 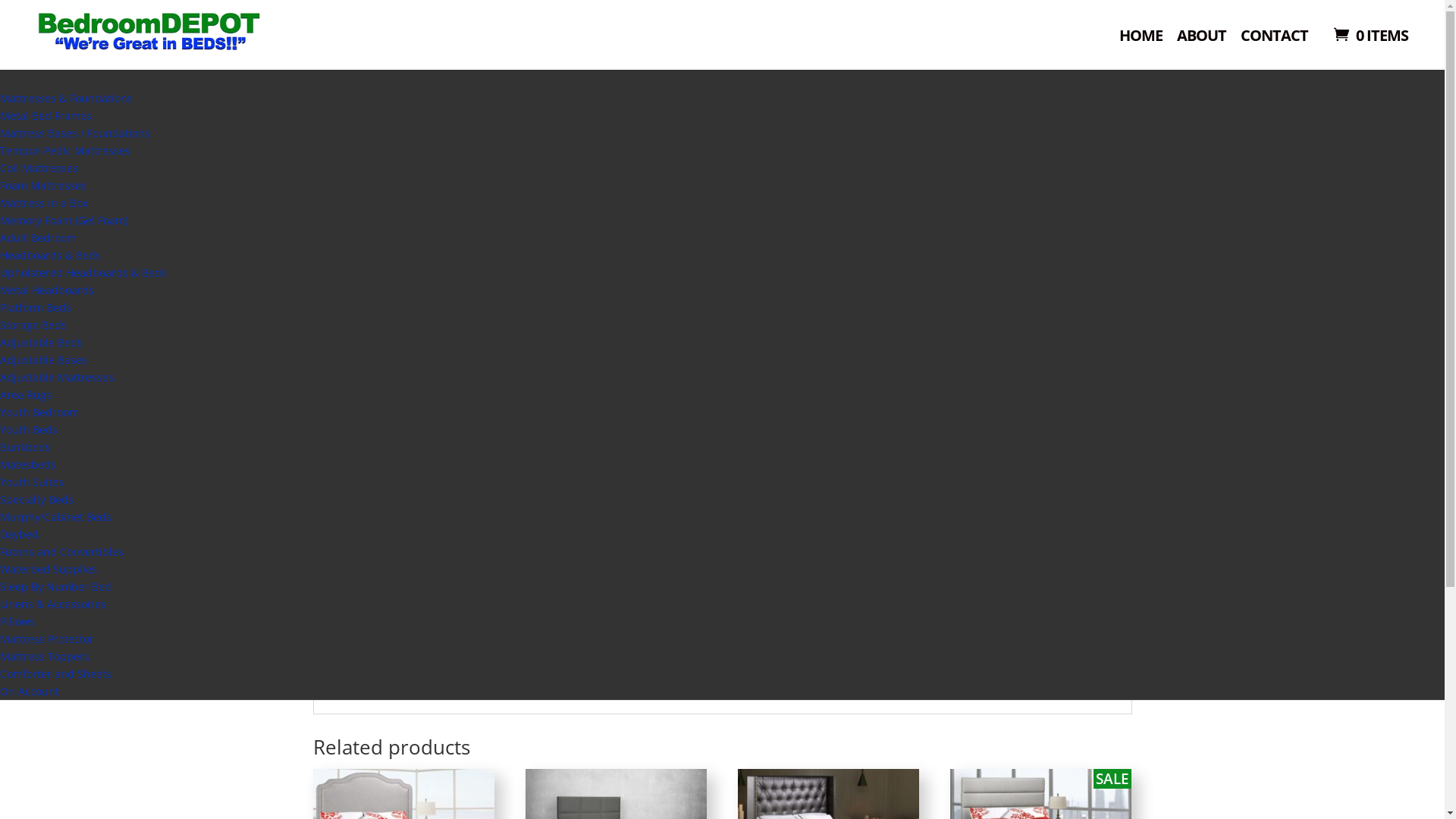 What do you see at coordinates (43, 202) in the screenshot?
I see `'Mattress in a Box'` at bounding box center [43, 202].